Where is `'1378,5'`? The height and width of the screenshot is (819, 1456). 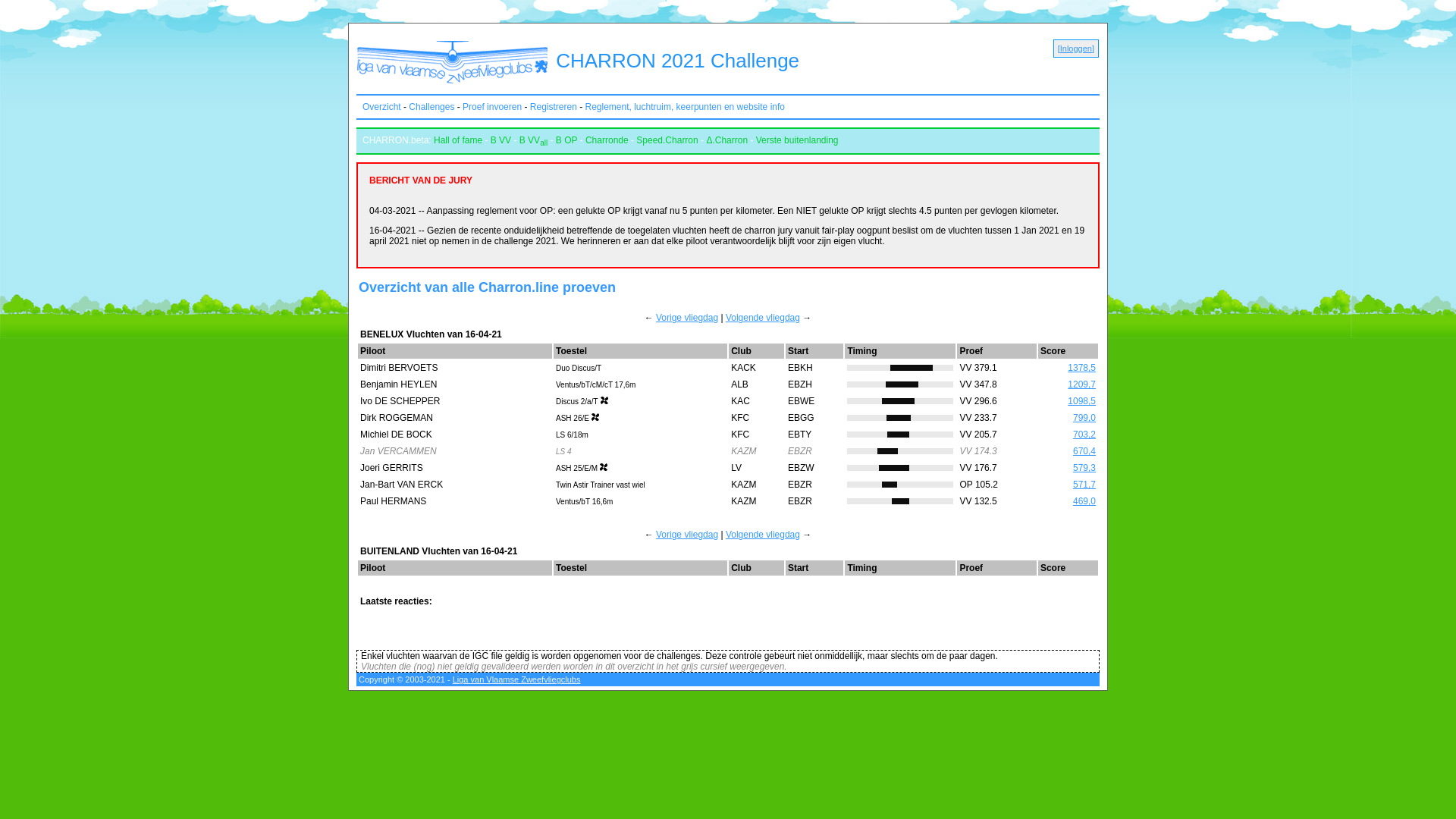
'1378,5' is located at coordinates (1081, 368).